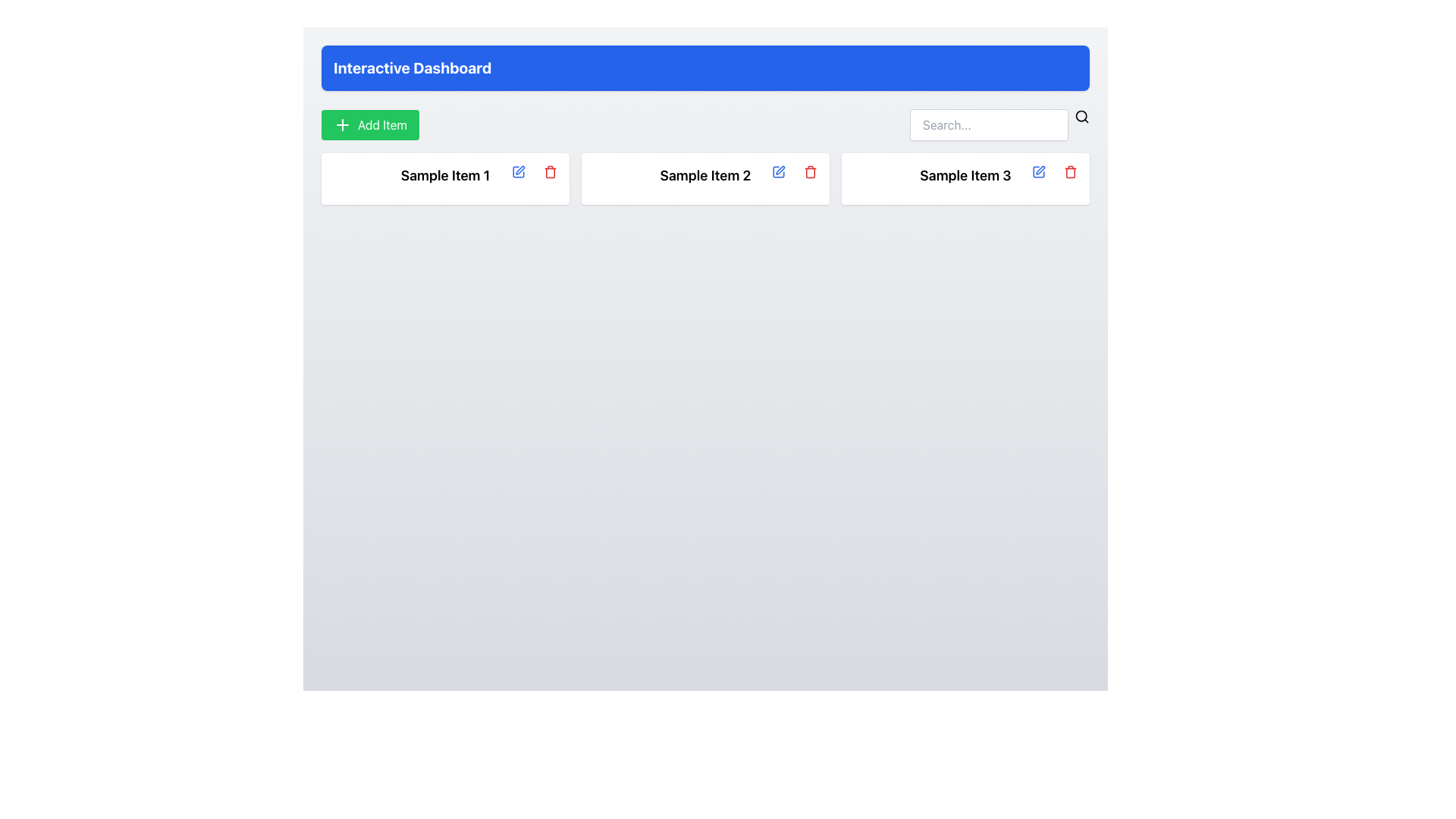  Describe the element at coordinates (1037, 171) in the screenshot. I see `the pen and square icon located in the top-right corner of the 'Sample Item 3' card, which is the third card from the left` at that location.